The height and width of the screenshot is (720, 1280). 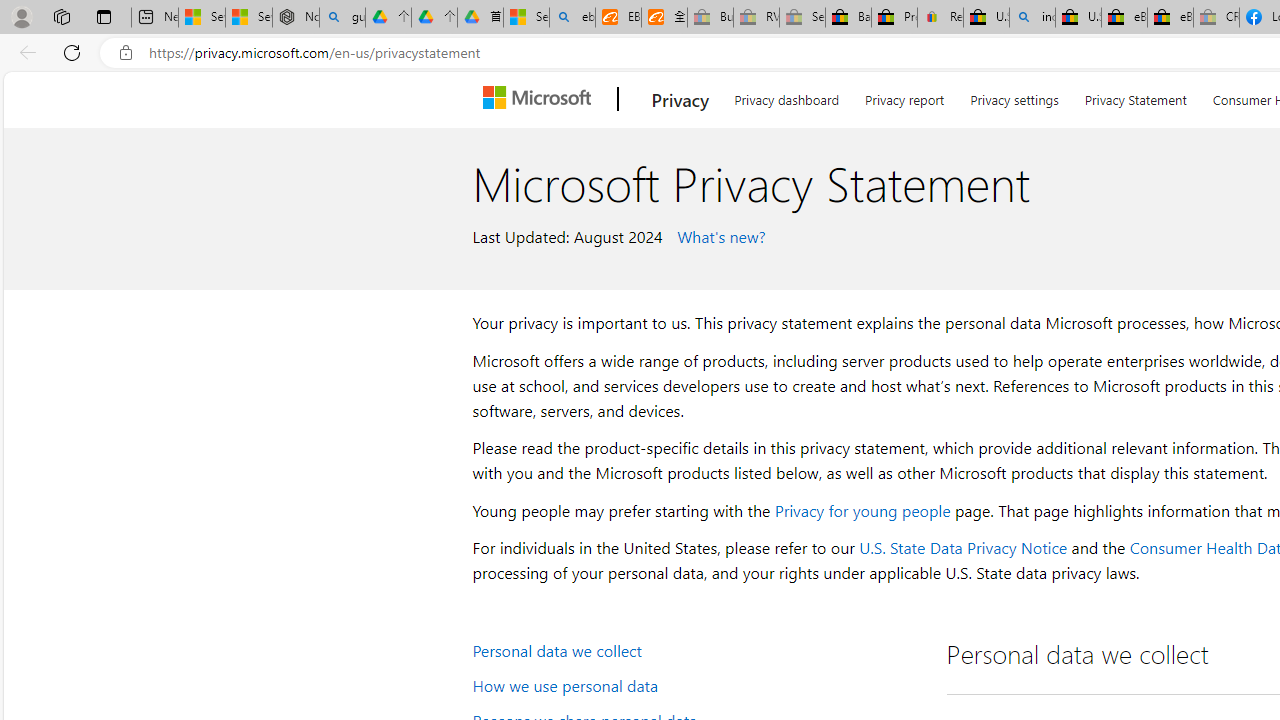 What do you see at coordinates (963, 547) in the screenshot?
I see `'U.S. State Data Privacy Notice'` at bounding box center [963, 547].